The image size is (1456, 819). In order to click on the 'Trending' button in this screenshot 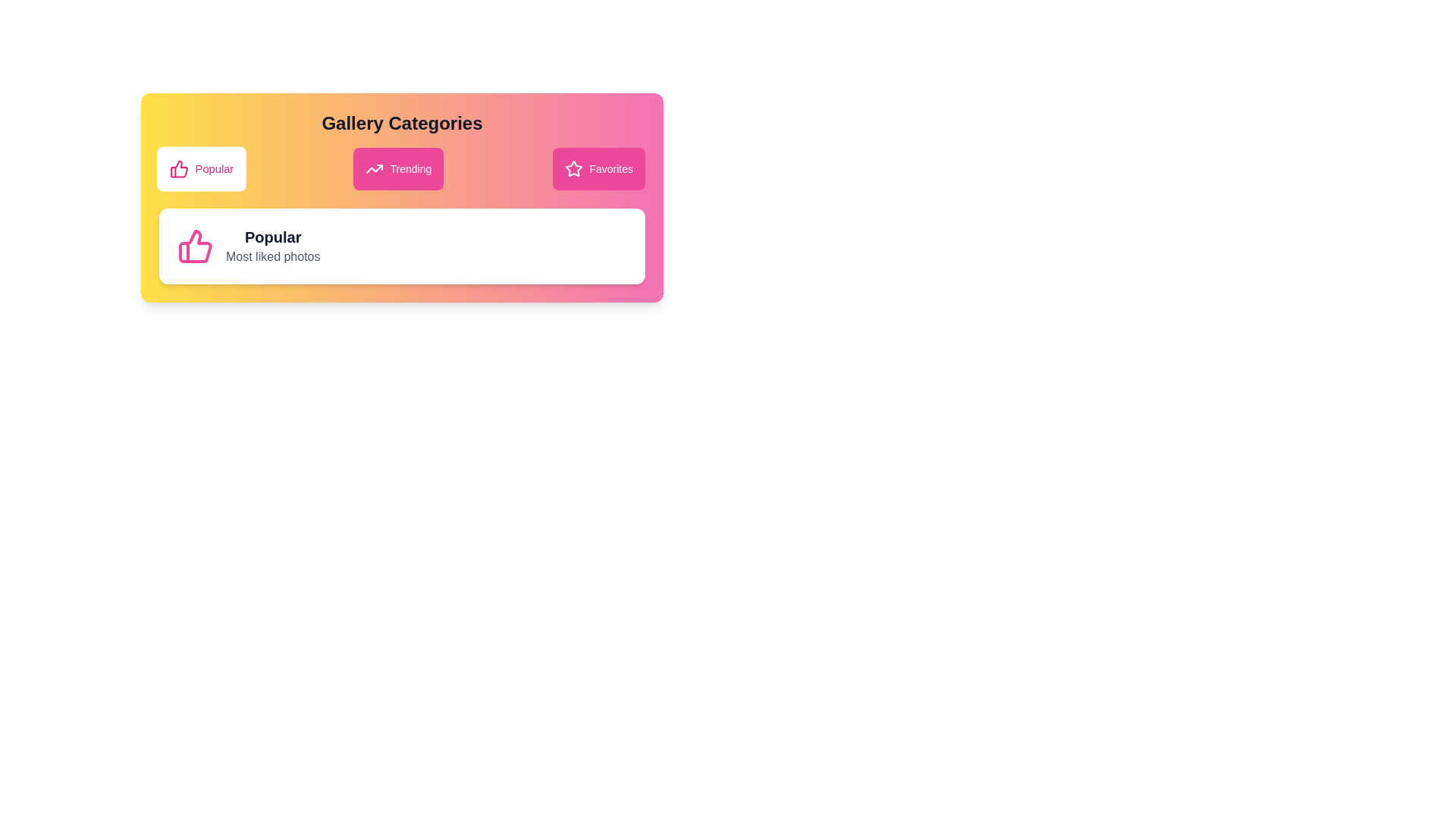, I will do `click(410, 169)`.